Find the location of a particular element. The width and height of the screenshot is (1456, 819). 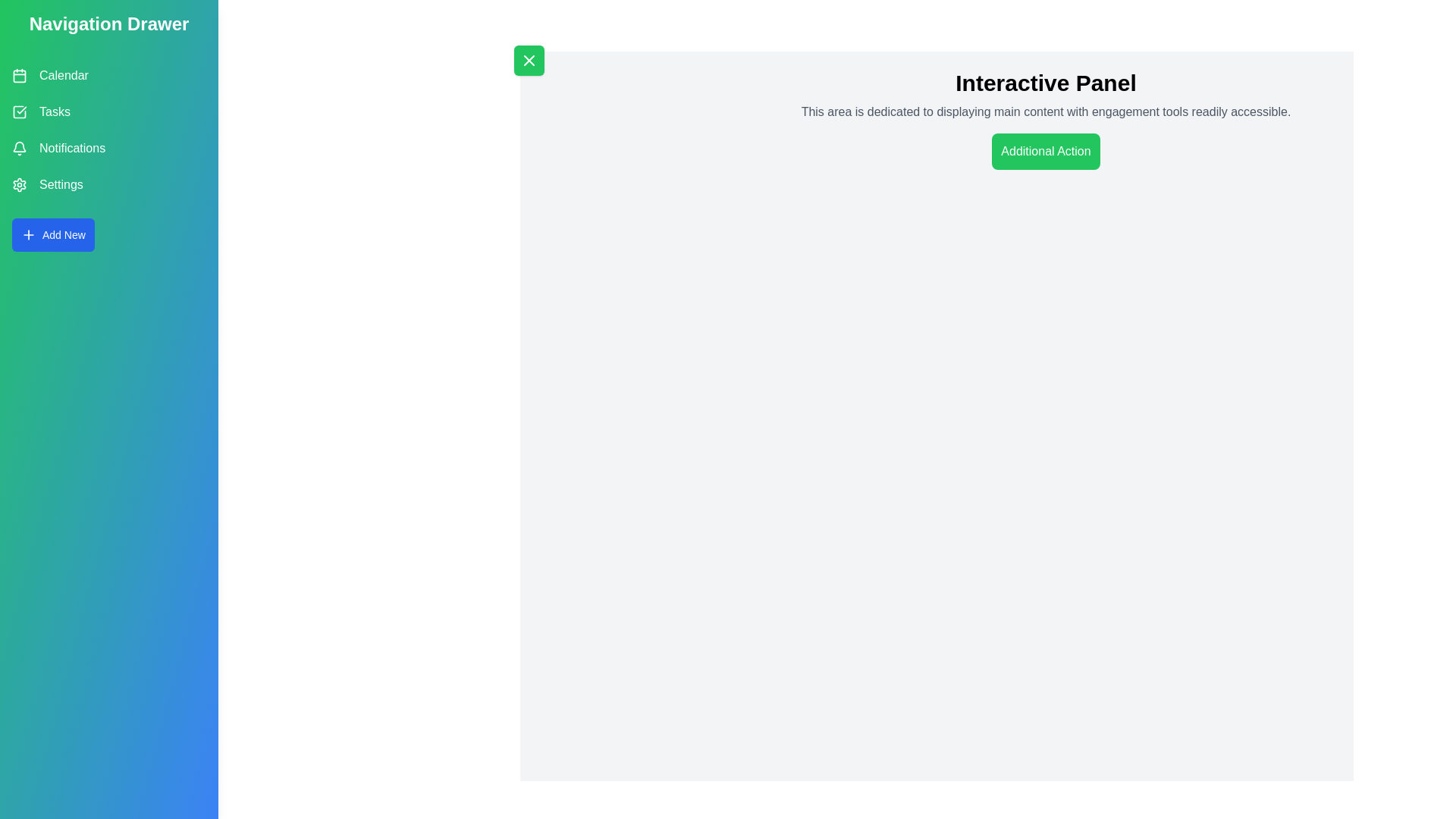

the close button located in the top right corner of the interactive panel area, which is contained within a green, rounded rectangle is located at coordinates (529, 60).